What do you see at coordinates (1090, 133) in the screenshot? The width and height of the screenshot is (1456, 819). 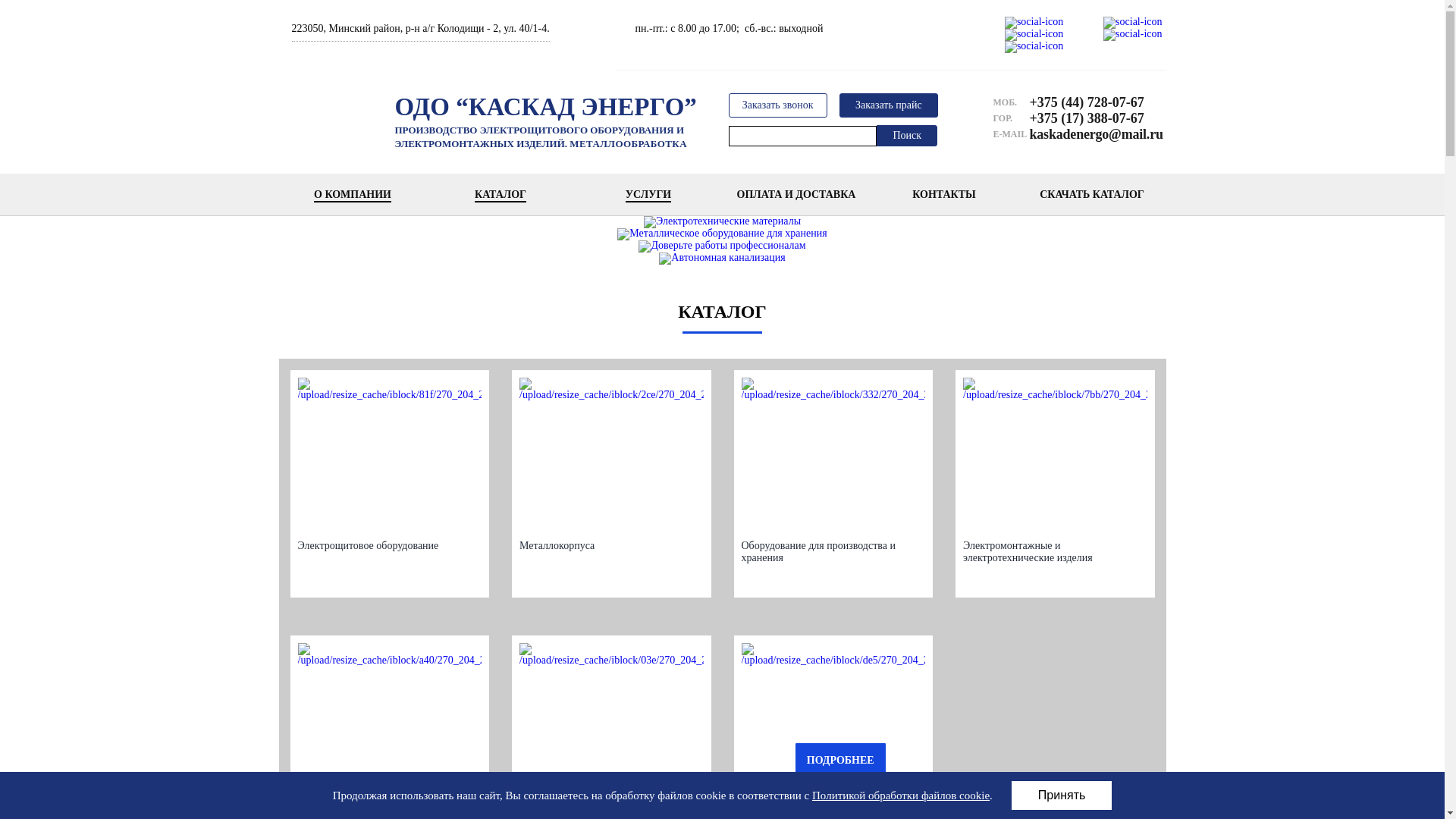 I see `'kaskadenergo@mail.ru'` at bounding box center [1090, 133].